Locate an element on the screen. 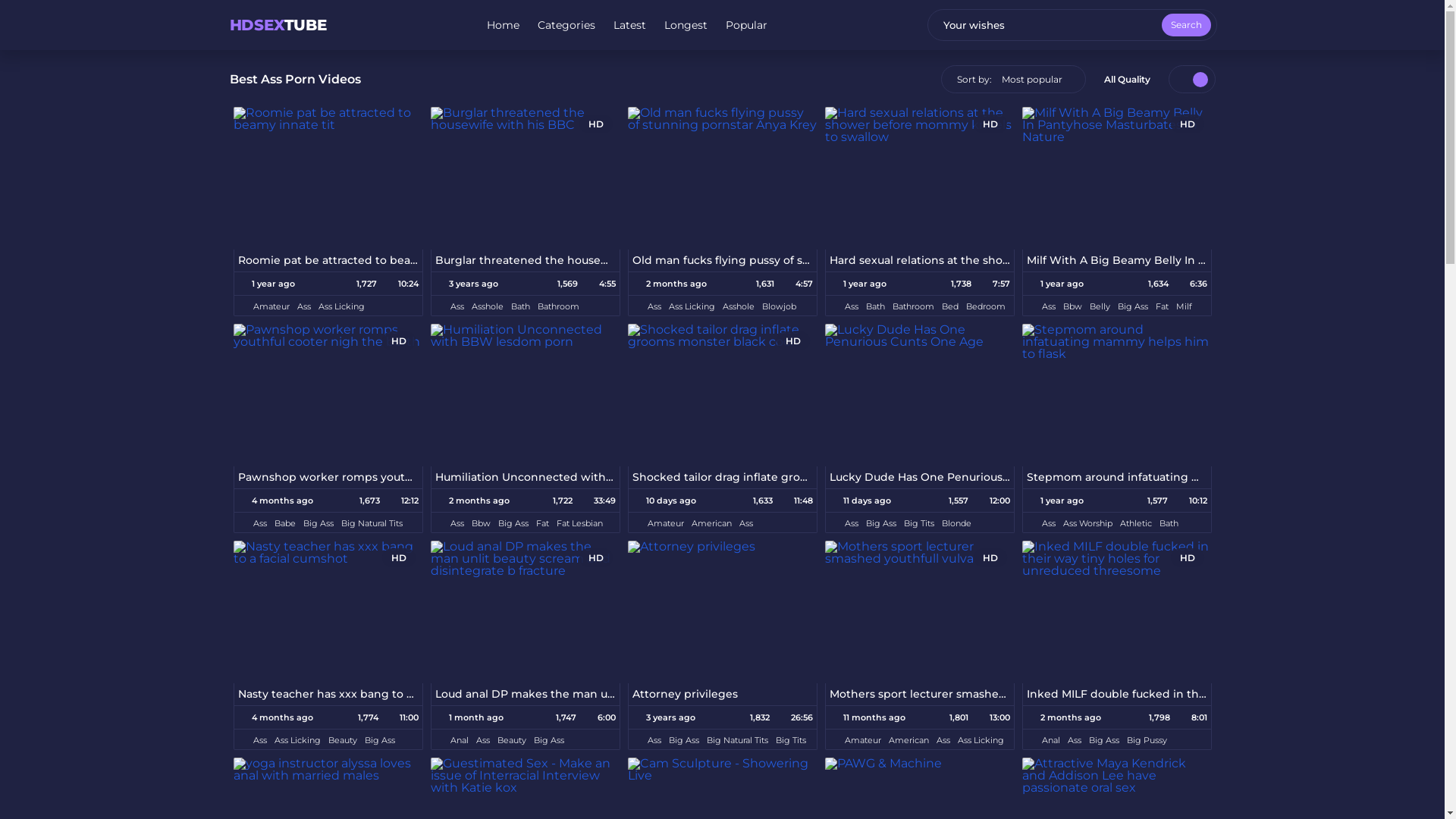  'Latest' is located at coordinates (629, 25).